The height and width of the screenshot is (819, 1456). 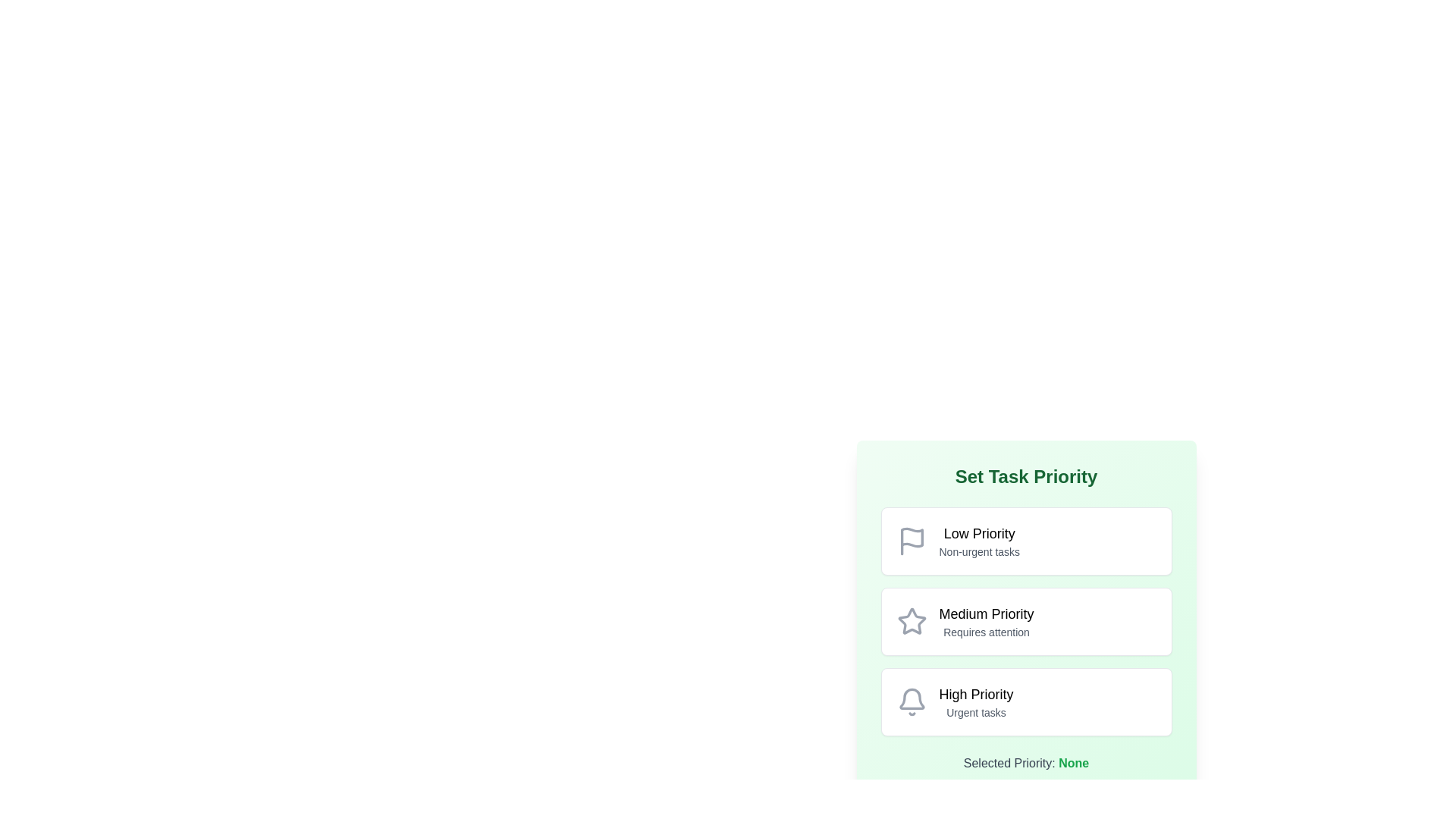 I want to click on the 'Low Priority' label which displays 'Non-urgent tasks', so click(x=979, y=540).